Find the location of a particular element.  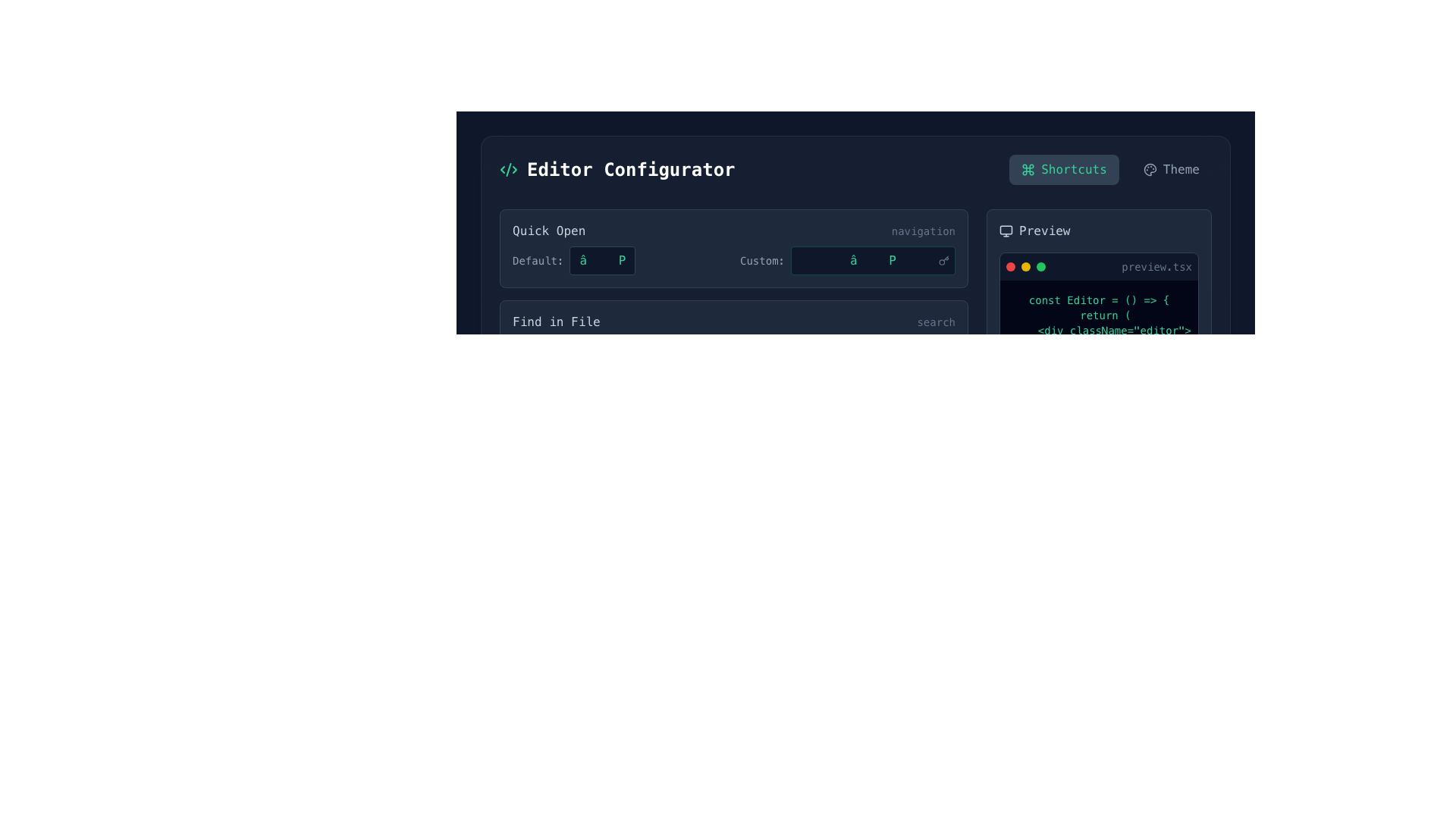

the green circular status indicator, which is the third icon in a horizontal sequence of three icons located near the top-right area of the interface is located at coordinates (1040, 265).